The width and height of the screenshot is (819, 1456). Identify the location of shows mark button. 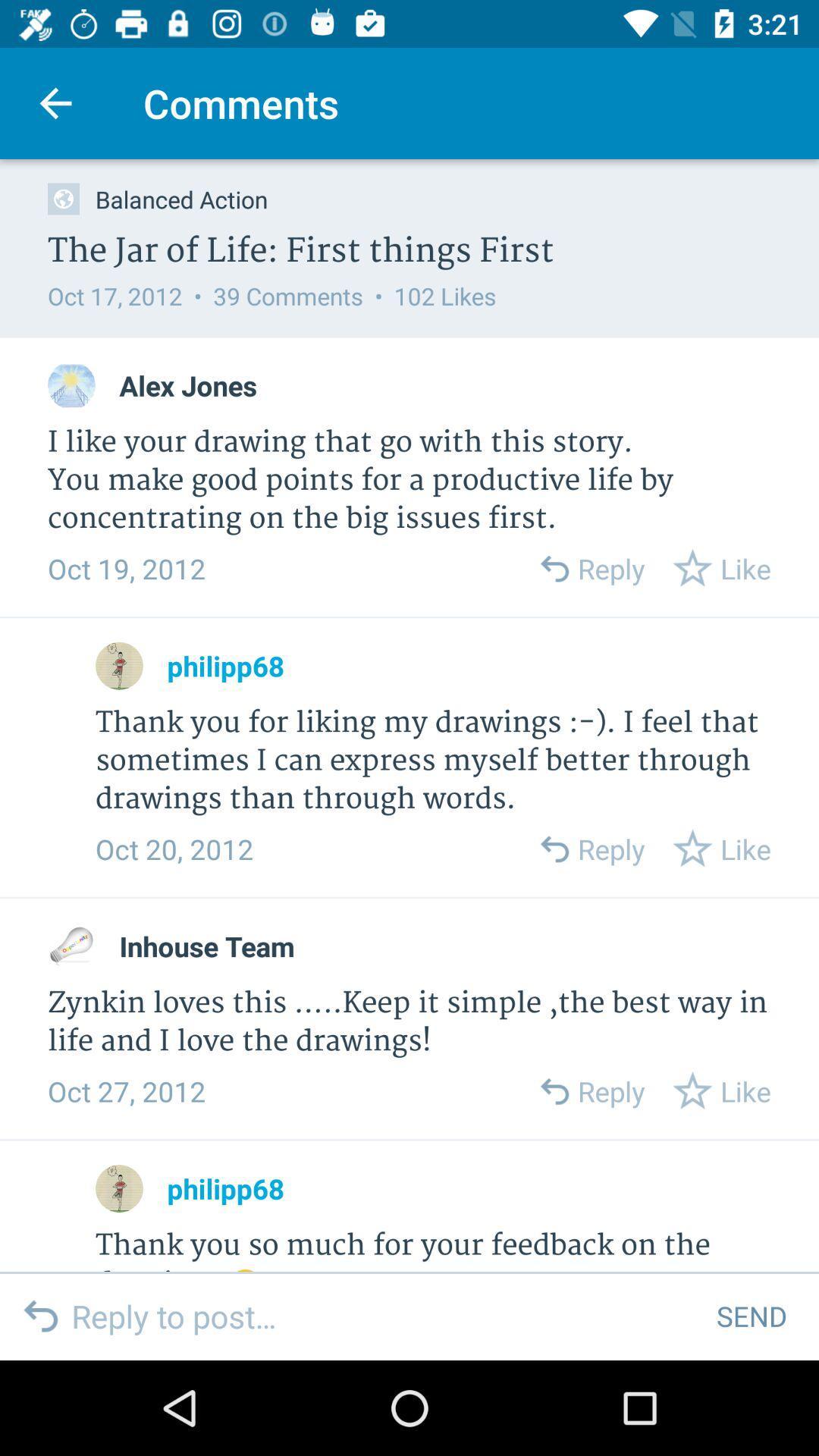
(118, 1188).